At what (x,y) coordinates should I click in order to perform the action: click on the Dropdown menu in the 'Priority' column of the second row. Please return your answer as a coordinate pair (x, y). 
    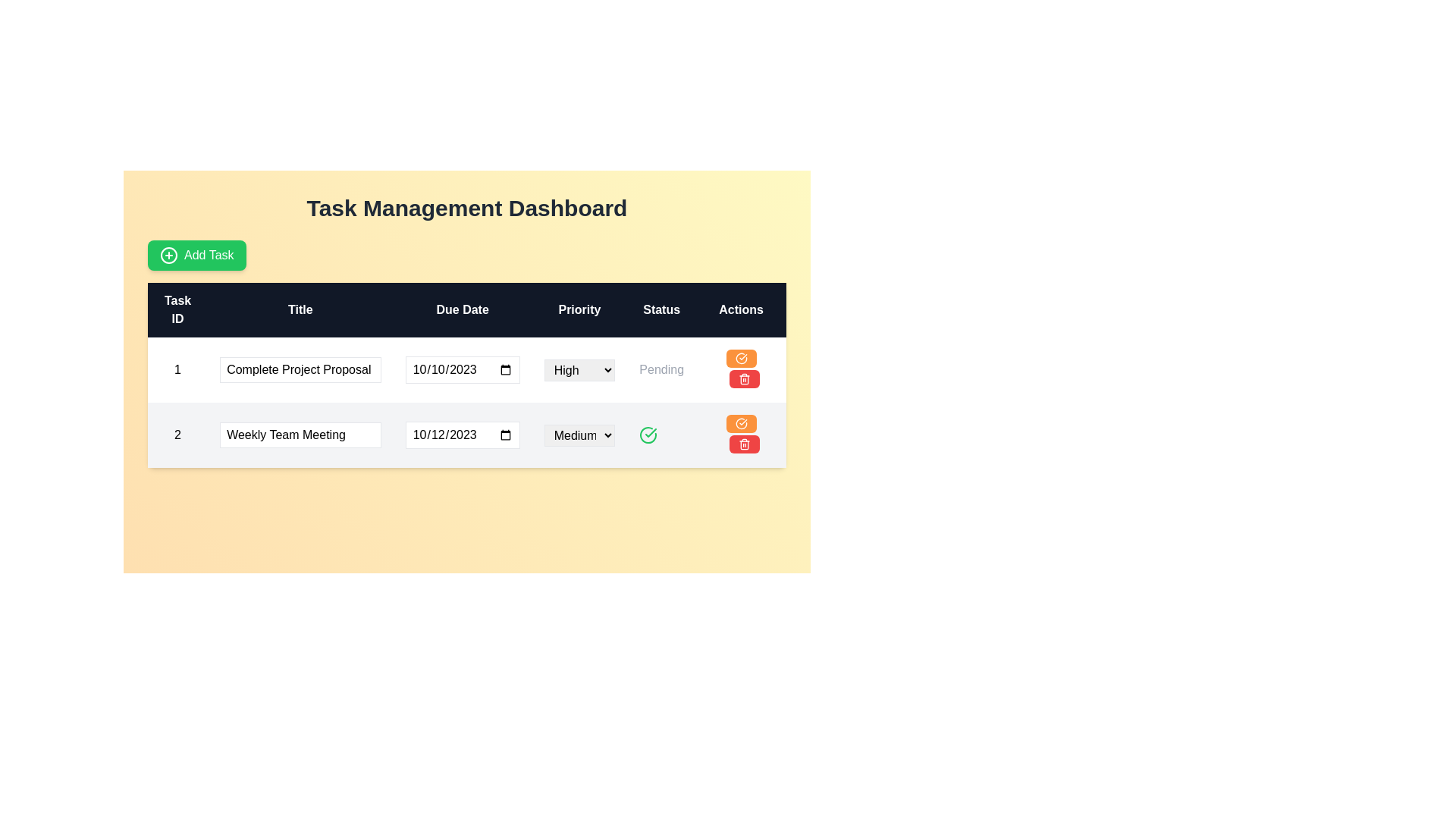
    Looking at the image, I should click on (579, 435).